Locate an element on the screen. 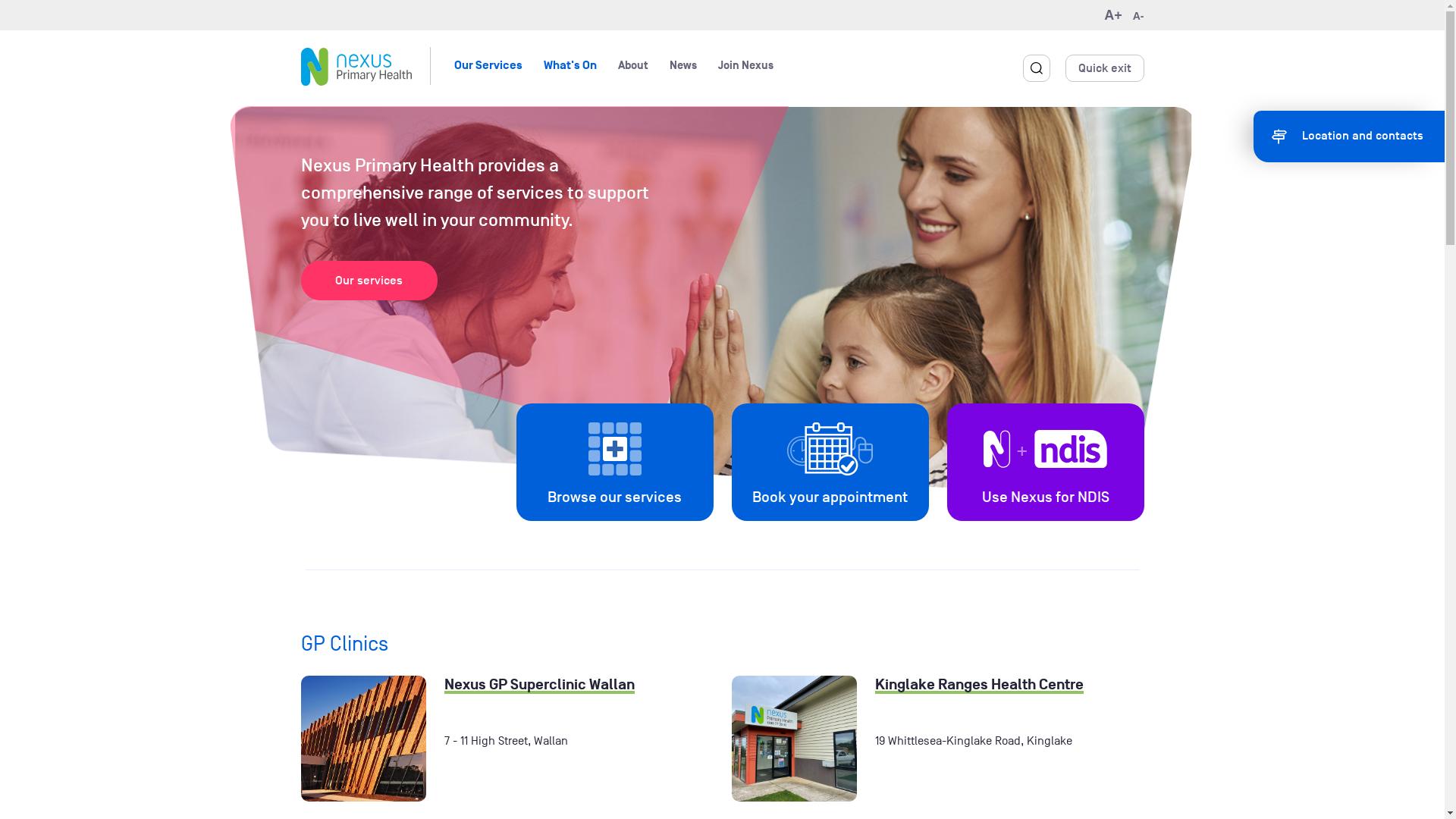  'News' is located at coordinates (668, 64).